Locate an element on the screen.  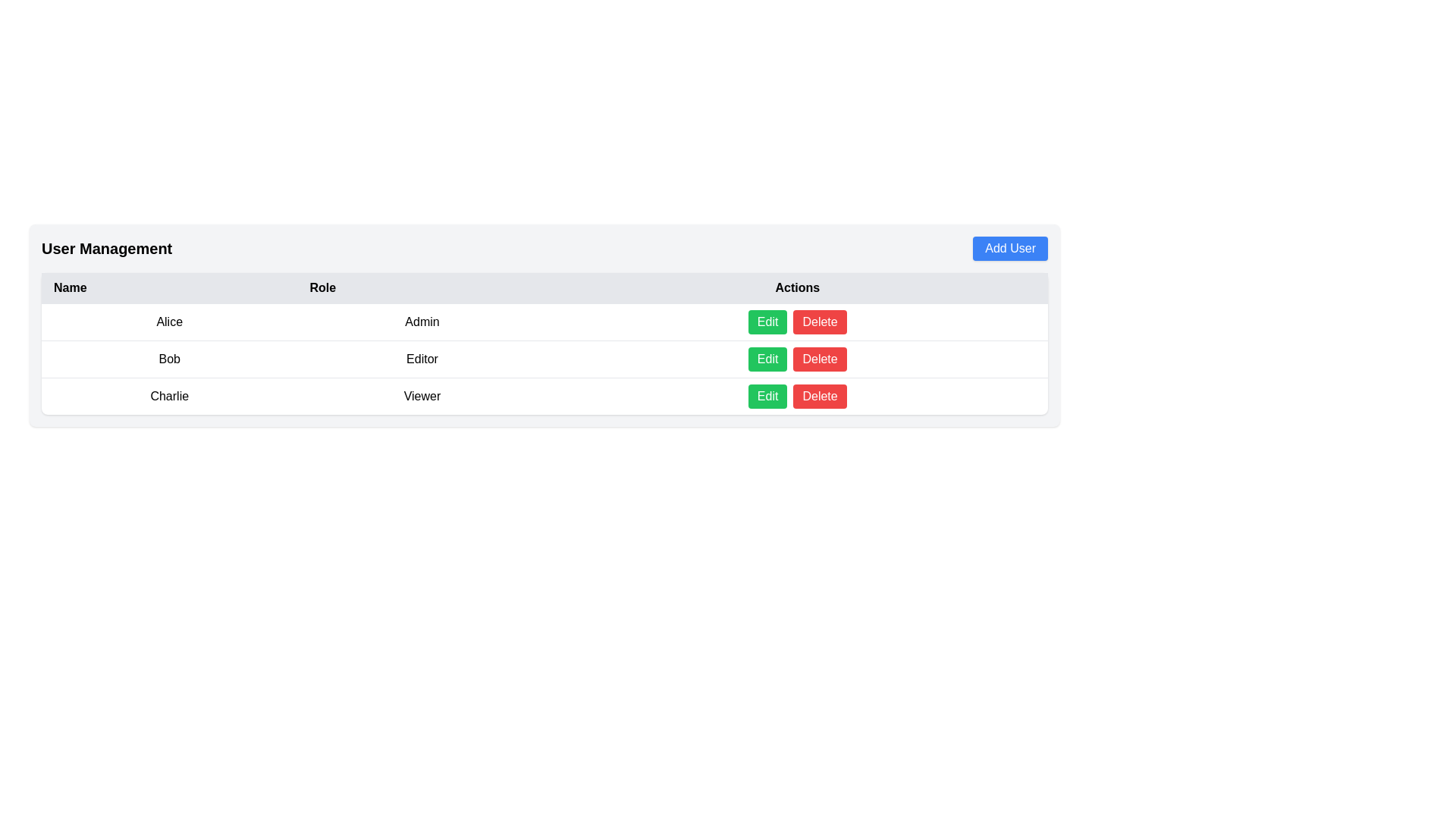
the red 'Delete' button with rounded corners and white text, located to the right of the 'Edit' button in the 'Actions' column of the first row is located at coordinates (819, 321).